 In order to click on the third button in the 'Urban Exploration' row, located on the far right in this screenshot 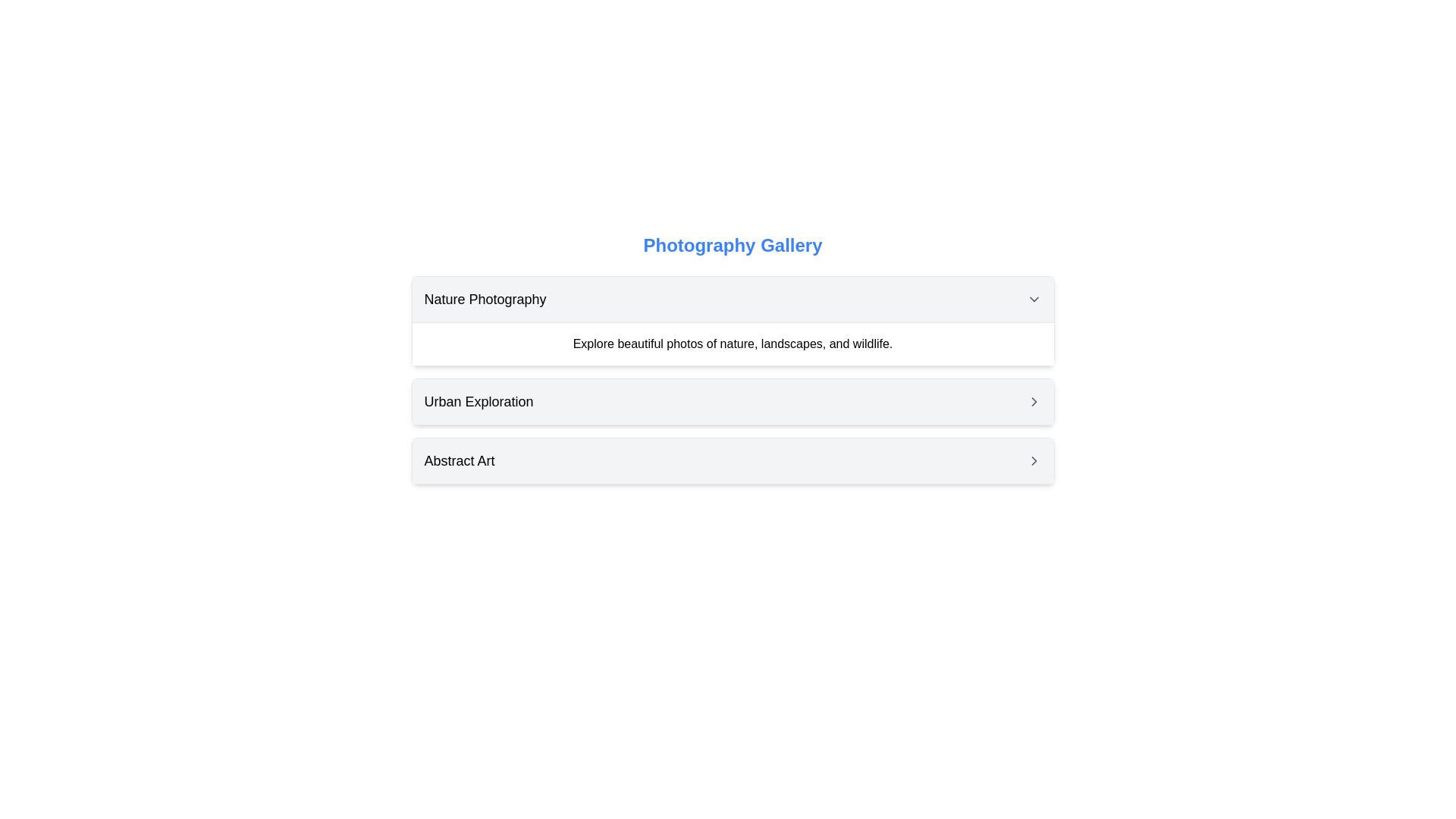, I will do `click(1033, 400)`.